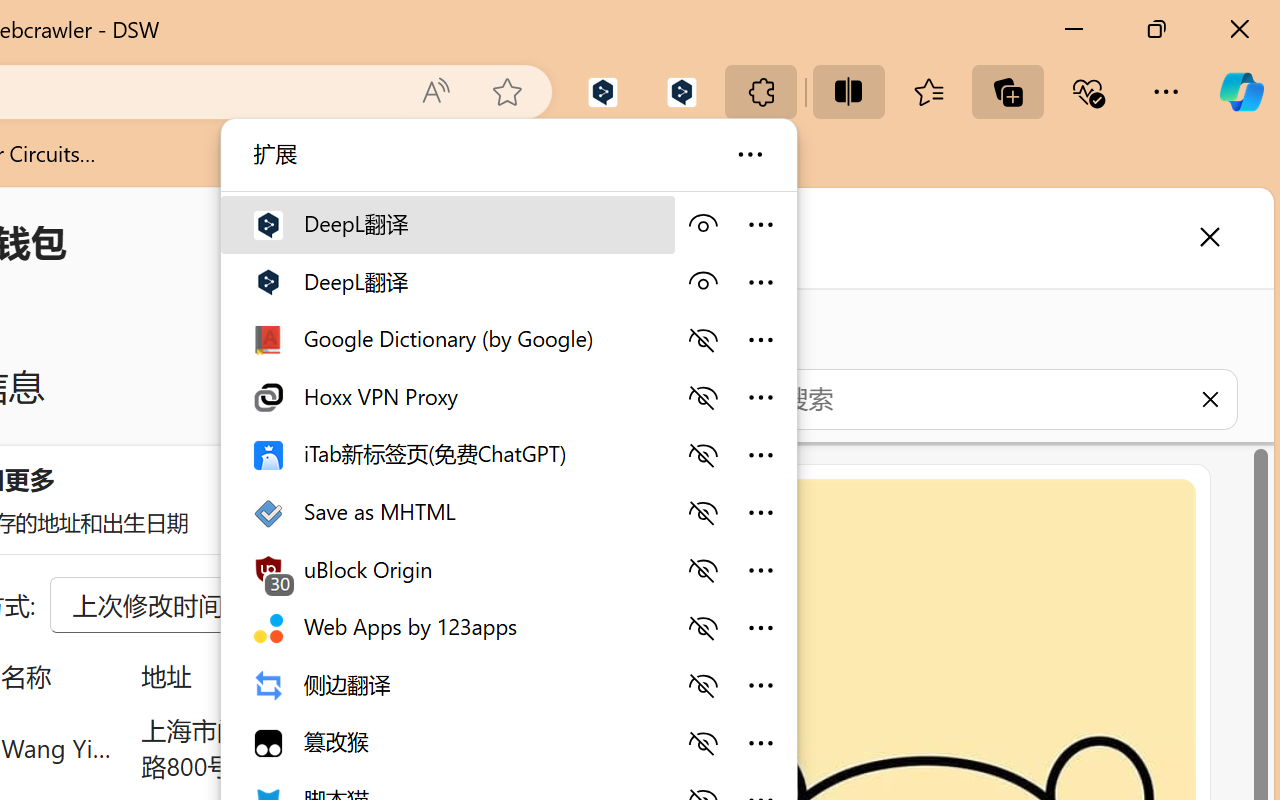  I want to click on 'Hoxx VPN Proxy', so click(445, 395).